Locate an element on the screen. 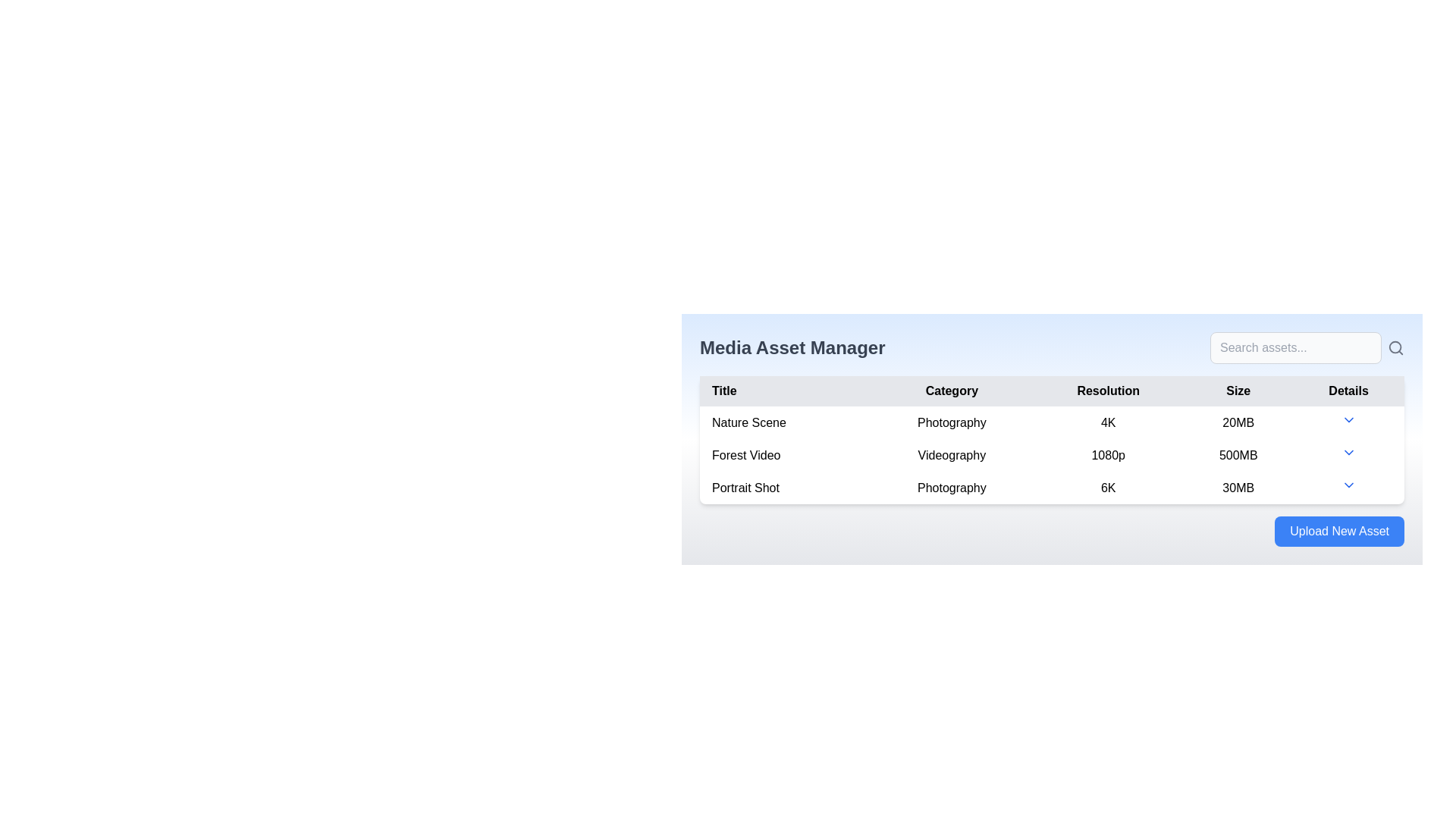  the text label indicating the resolution of the 'Nature Scene' entry in the table, which conveys that the relevant media file is in 4K quality is located at coordinates (1108, 422).